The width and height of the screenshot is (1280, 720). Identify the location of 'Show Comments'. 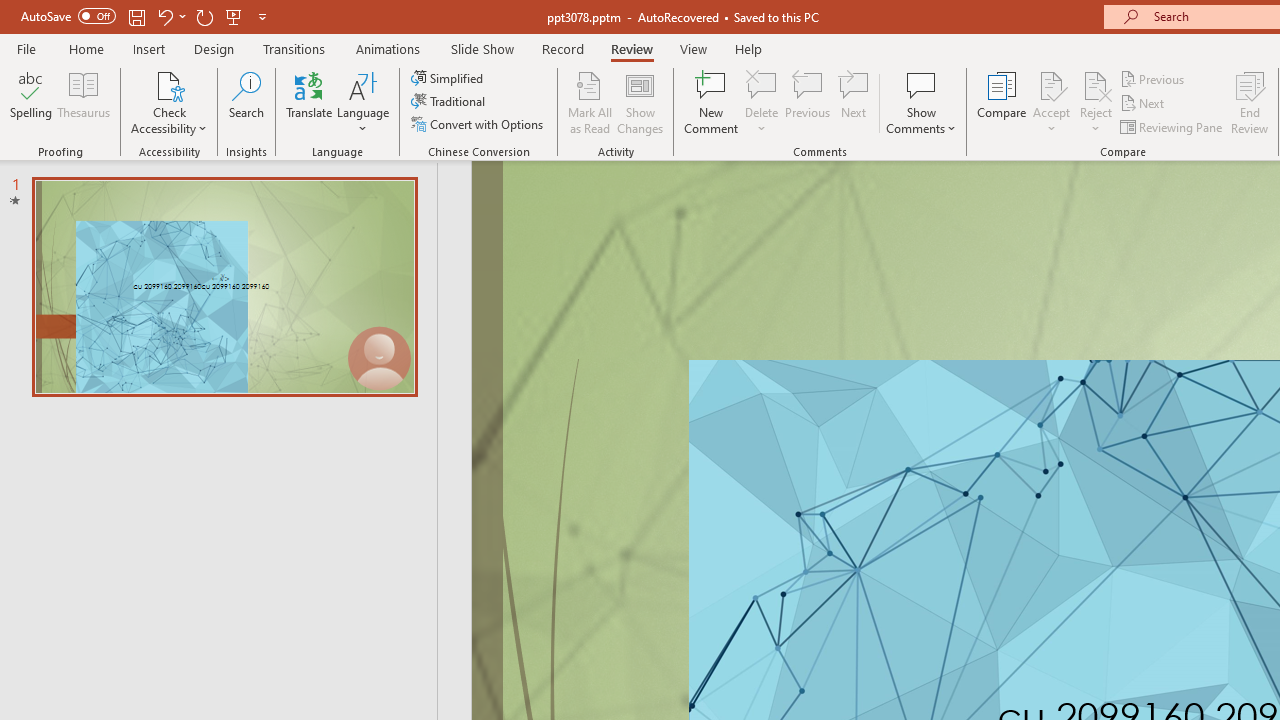
(920, 84).